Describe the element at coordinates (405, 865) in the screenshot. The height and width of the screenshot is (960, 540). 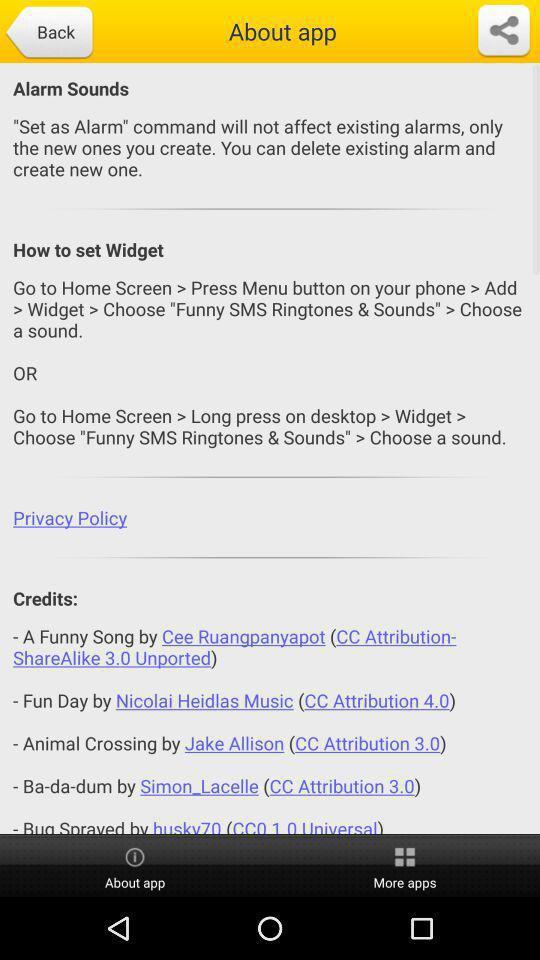
I see `more apps` at that location.